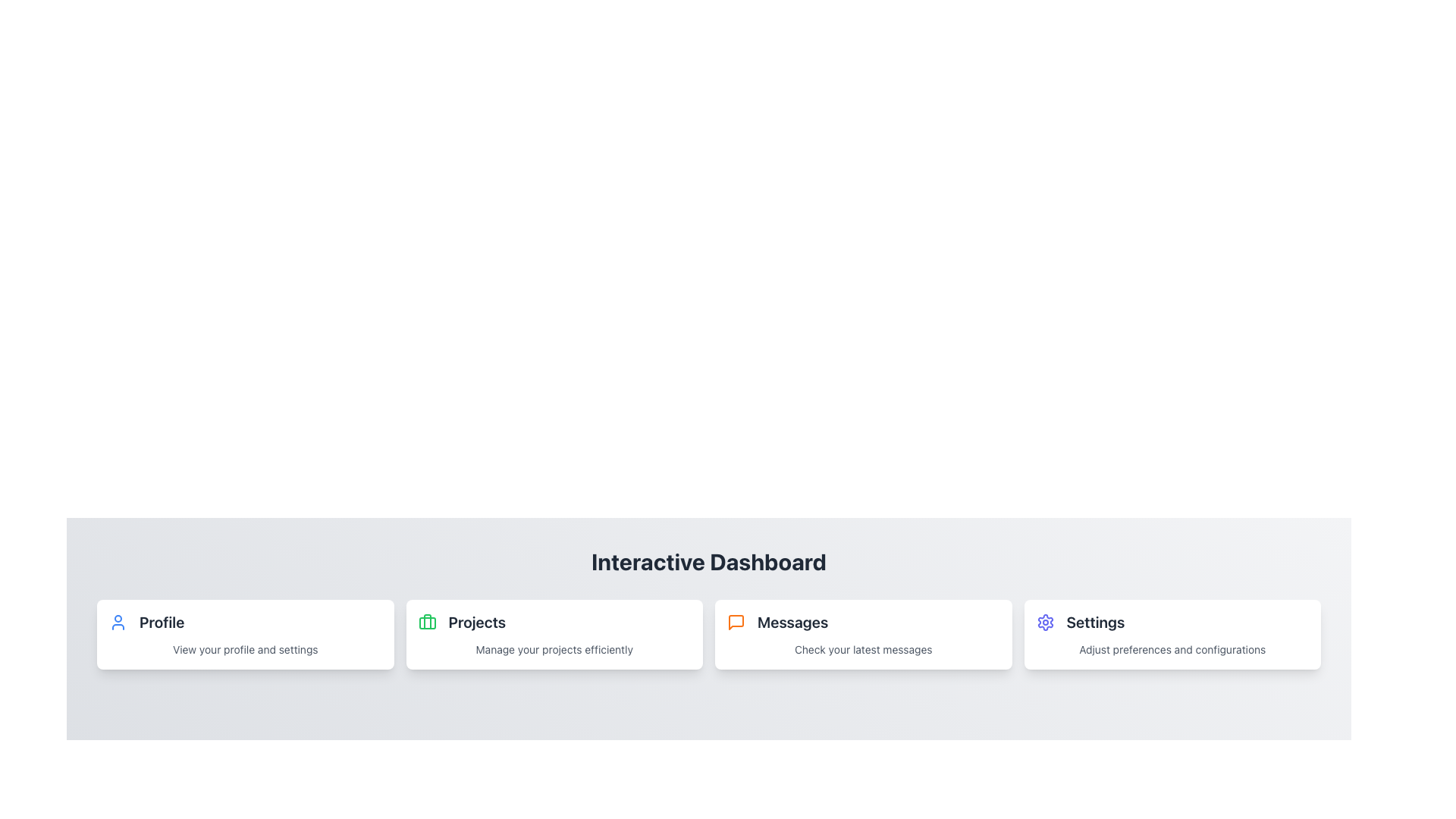 This screenshot has width=1456, height=819. What do you see at coordinates (245, 648) in the screenshot?
I see `static text label providing information about the 'Profile' section, located at the bottom of the 'Profile' card on the left side of the interface` at bounding box center [245, 648].